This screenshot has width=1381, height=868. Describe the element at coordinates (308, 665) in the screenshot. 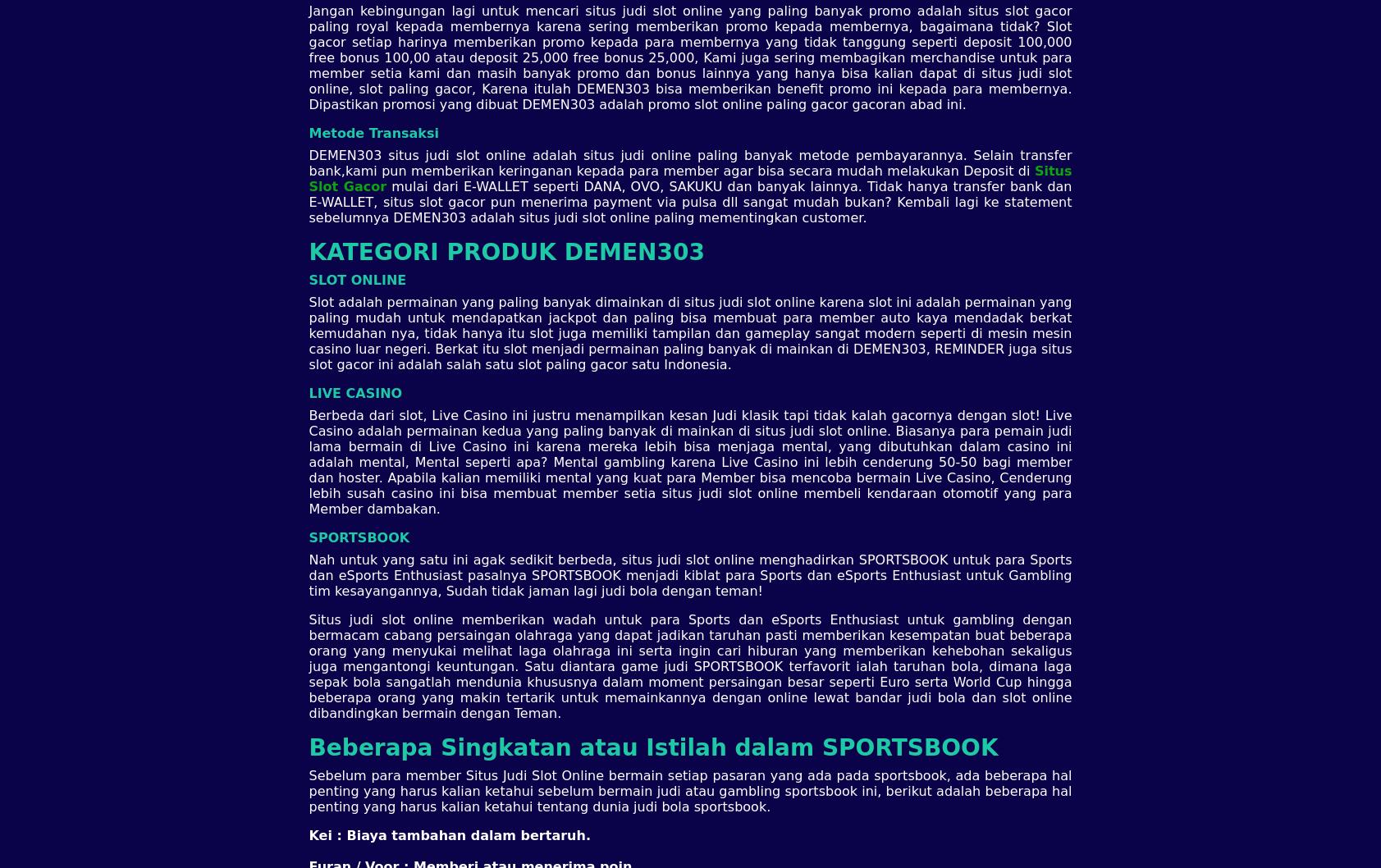

I see `'Situs judi slot online memberikan wadah untuk para Sports dan eSports Enthusiast untuk gambling dengan bermacam cabang persaingan olahraga yang dapat jadikan taruhan pasti memberikan kesempatan buat beberapa orang yang menyukai melihat laga olahraga ini serta ingin cari hiburan yang memberikan kehebohan sekaligus juga mengantongi keuntungan. Satu diantara game judi SPORTSBOOK terfavorit ialah taruhan bola, dimana laga sepak bola sangatlah mendunia khususnya dalam moment persaingan besar seperti Euro serta World Cup hingga beberapa orang yang makin tertarik untuk memainkannya dengan online lewat bandar judi bola dan slot online dibandingkan bermain dengan Teman.'` at that location.